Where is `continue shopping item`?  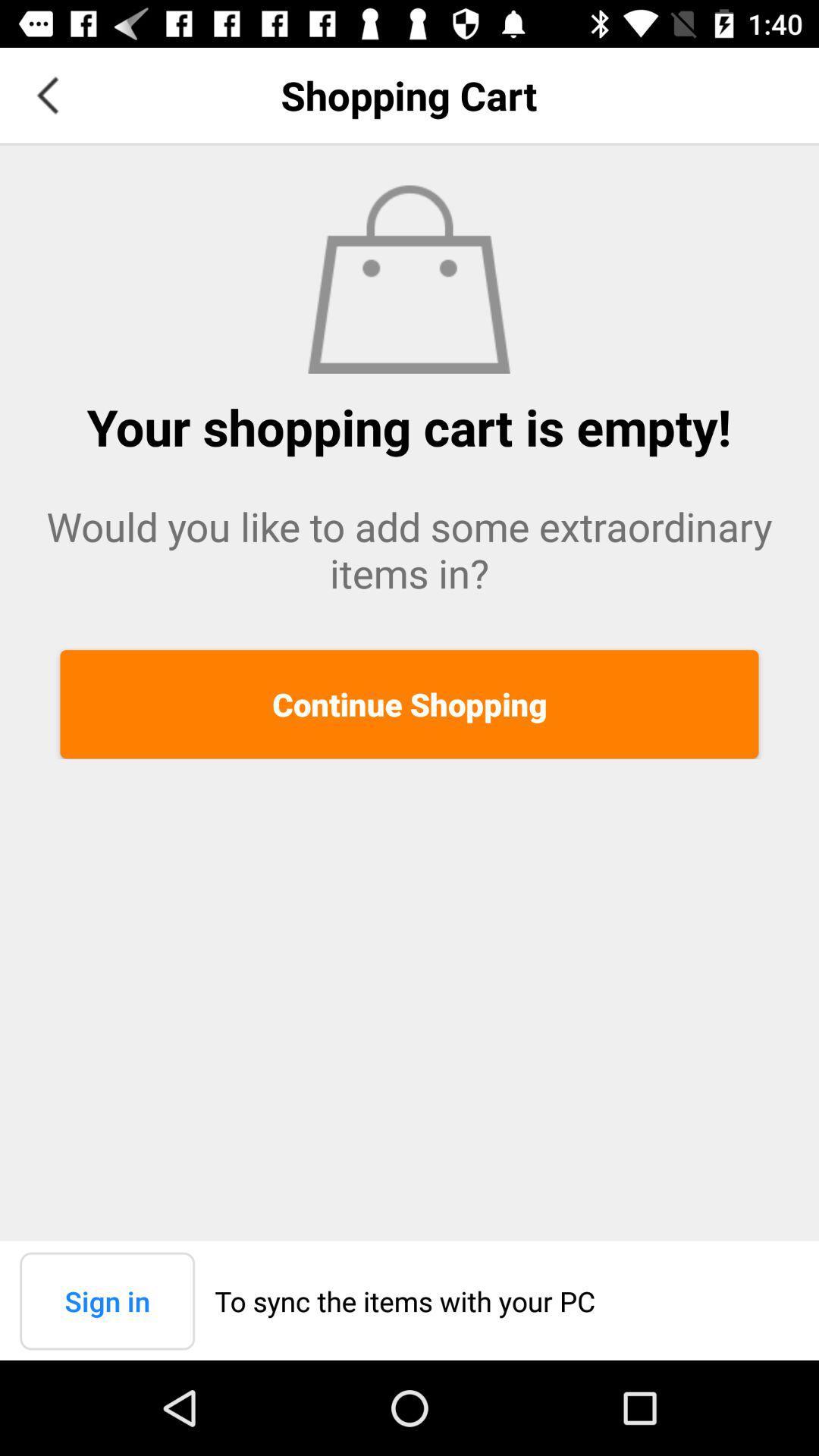 continue shopping item is located at coordinates (409, 703).